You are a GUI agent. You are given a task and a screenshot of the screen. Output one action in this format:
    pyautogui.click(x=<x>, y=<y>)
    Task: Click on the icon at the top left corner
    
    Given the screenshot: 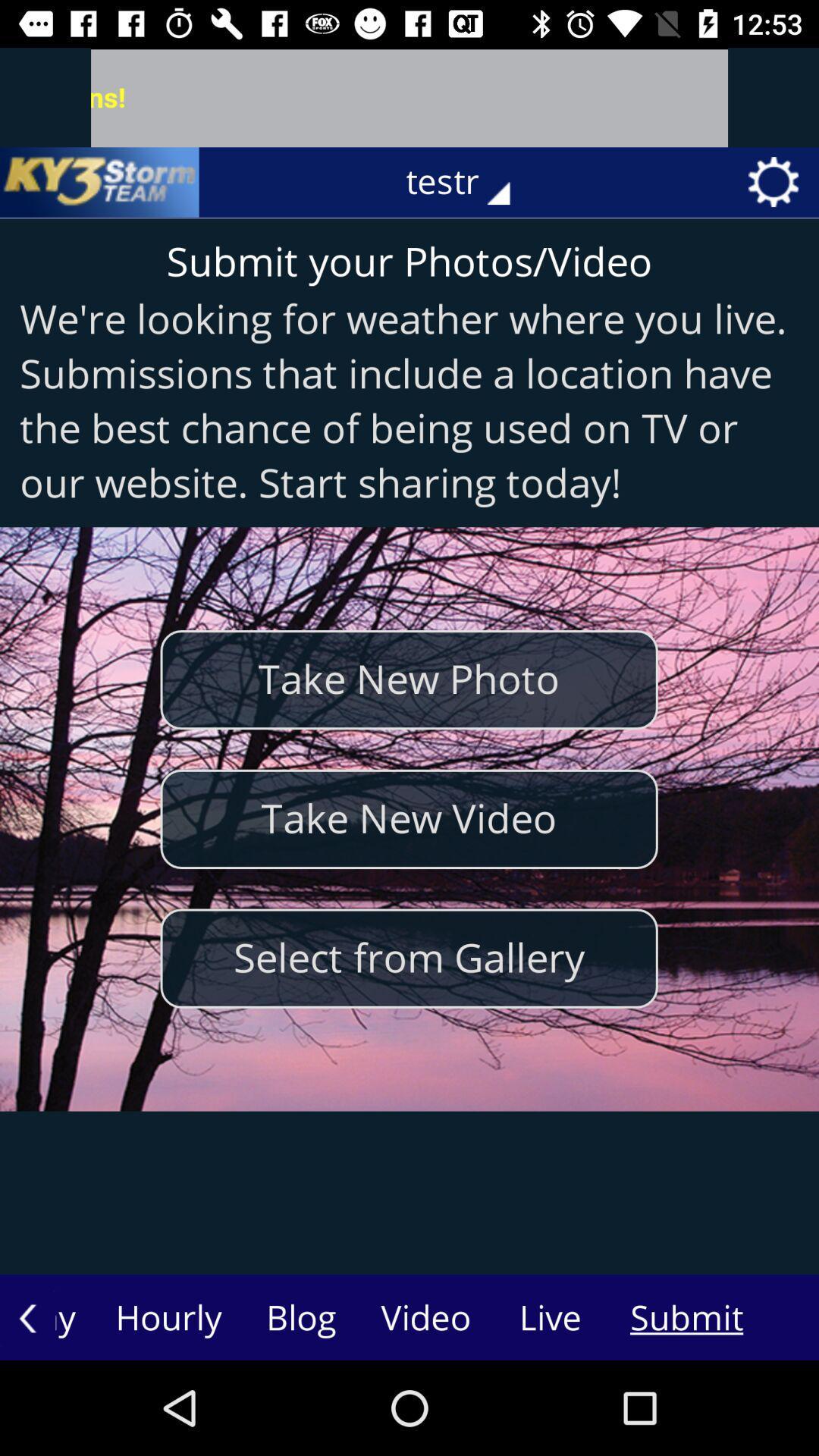 What is the action you would take?
    pyautogui.click(x=99, y=182)
    